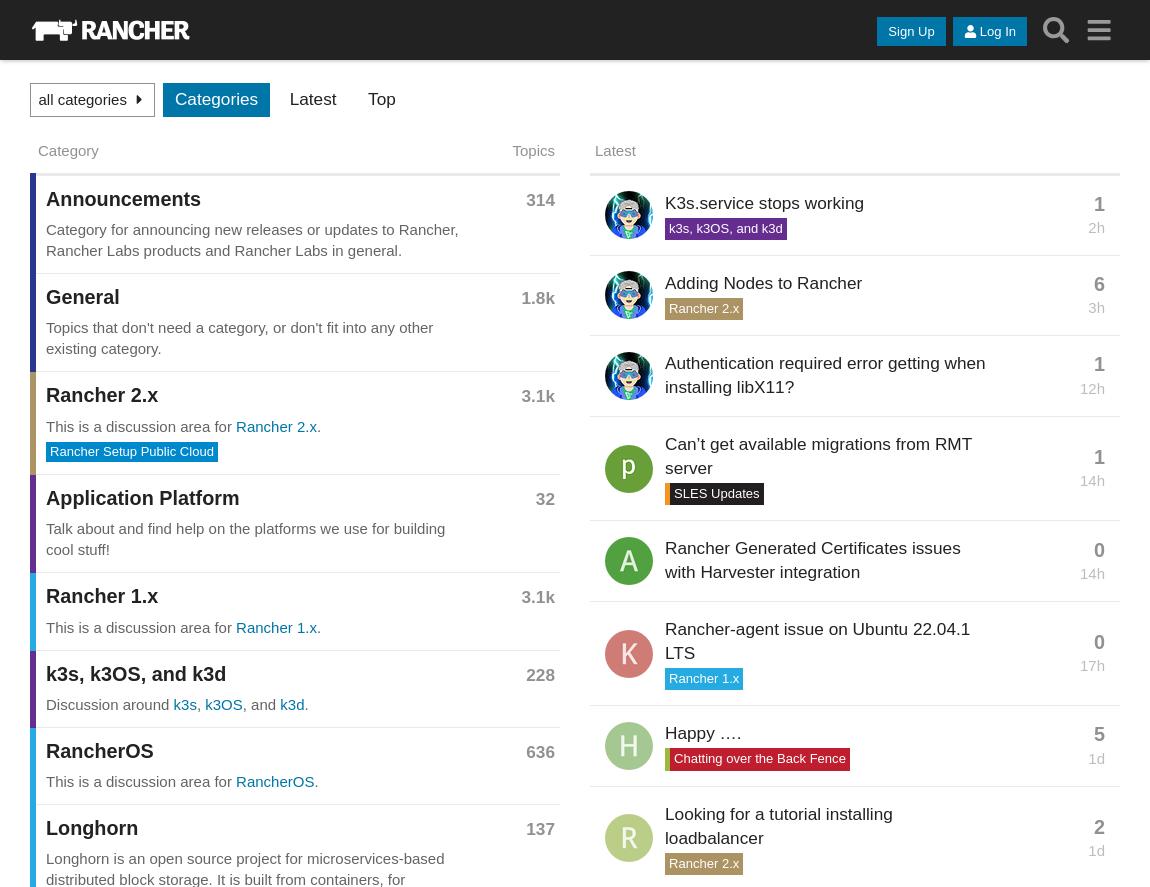  What do you see at coordinates (540, 673) in the screenshot?
I see `'228'` at bounding box center [540, 673].